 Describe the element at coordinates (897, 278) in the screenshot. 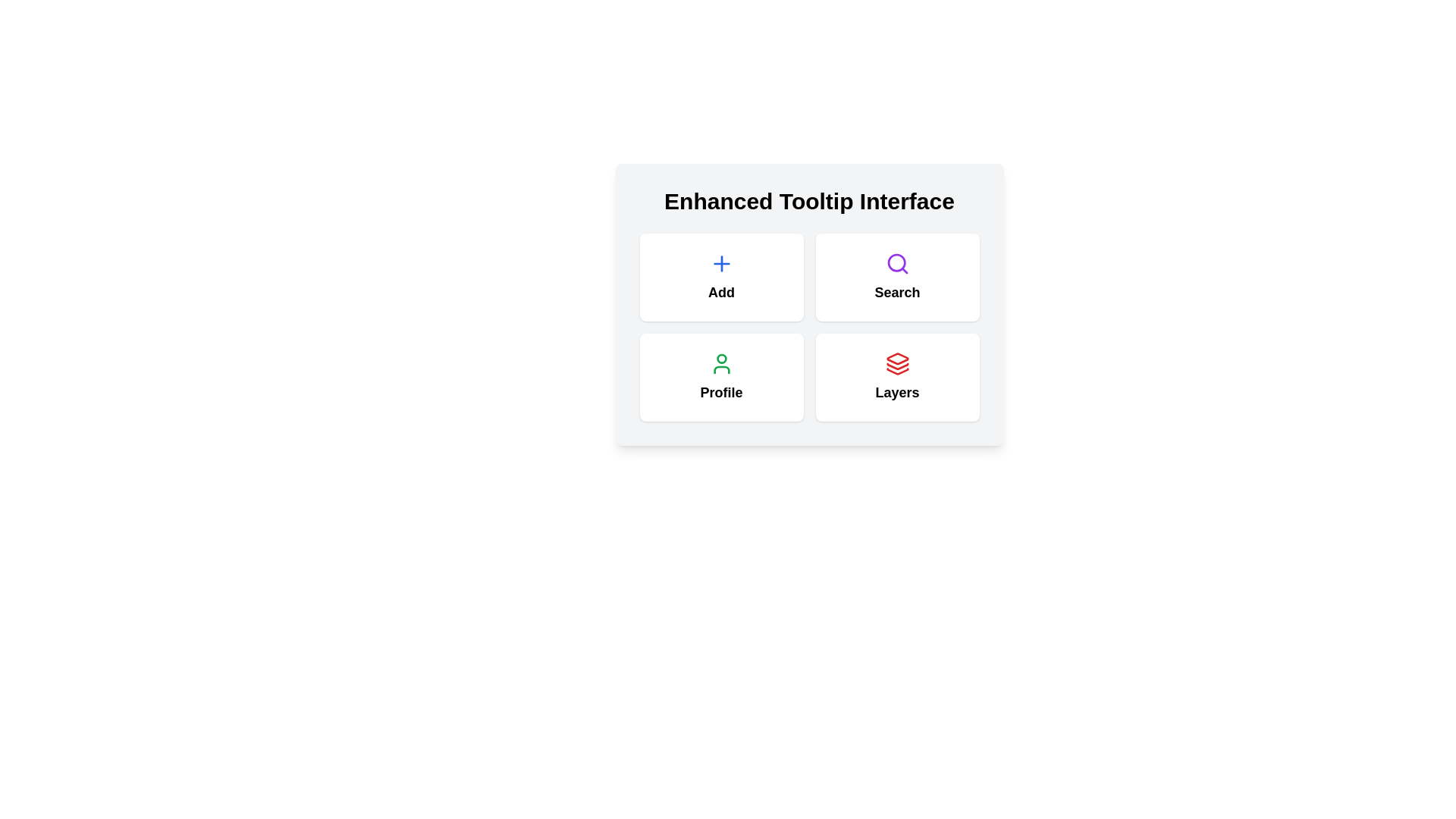

I see `the interactive 'Search' button located at the top-right position of the grid layout, which features a purple magnifying glass icon and the label 'Search'` at that location.